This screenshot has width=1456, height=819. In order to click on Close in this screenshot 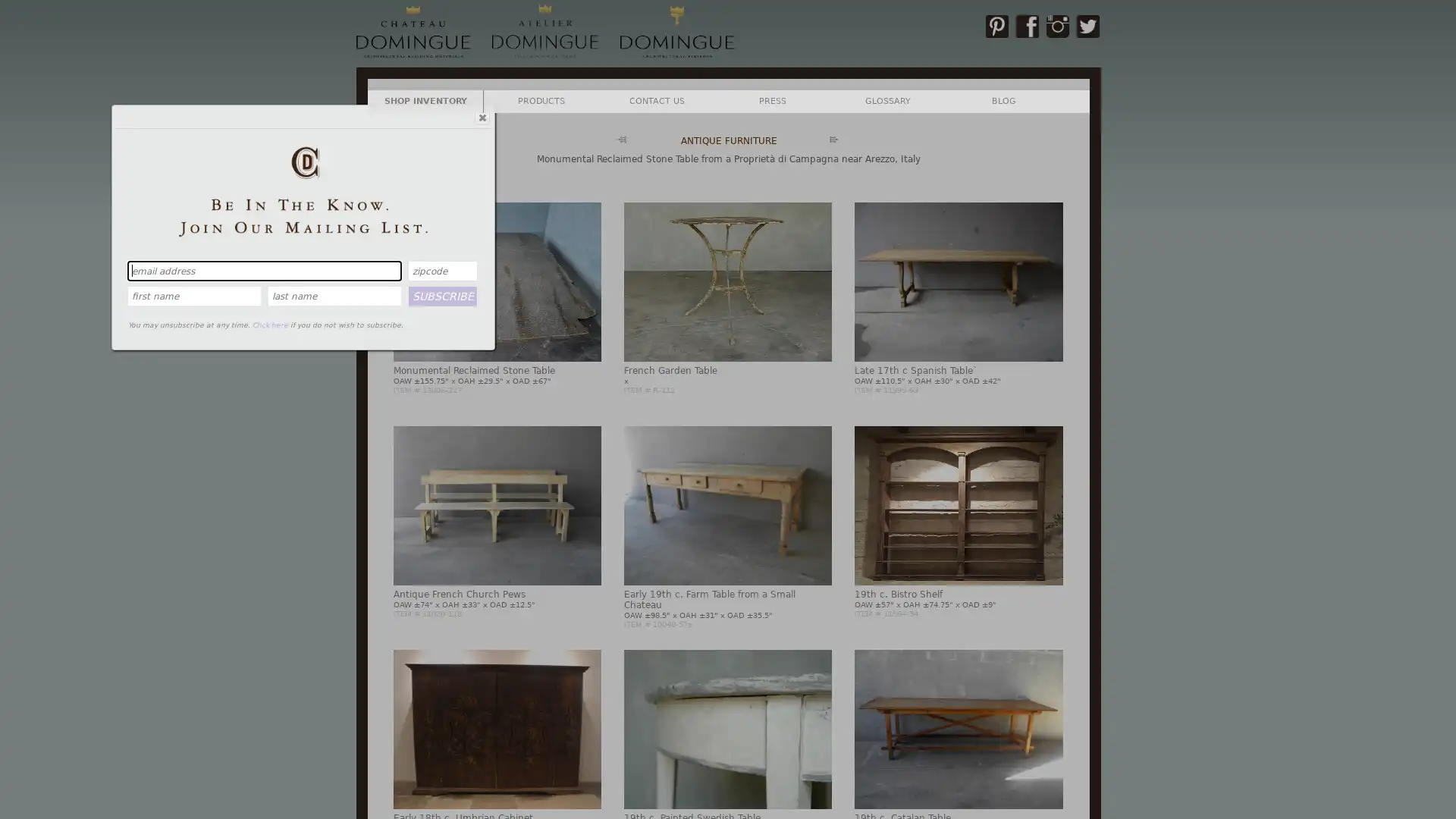, I will do `click(480, 116)`.